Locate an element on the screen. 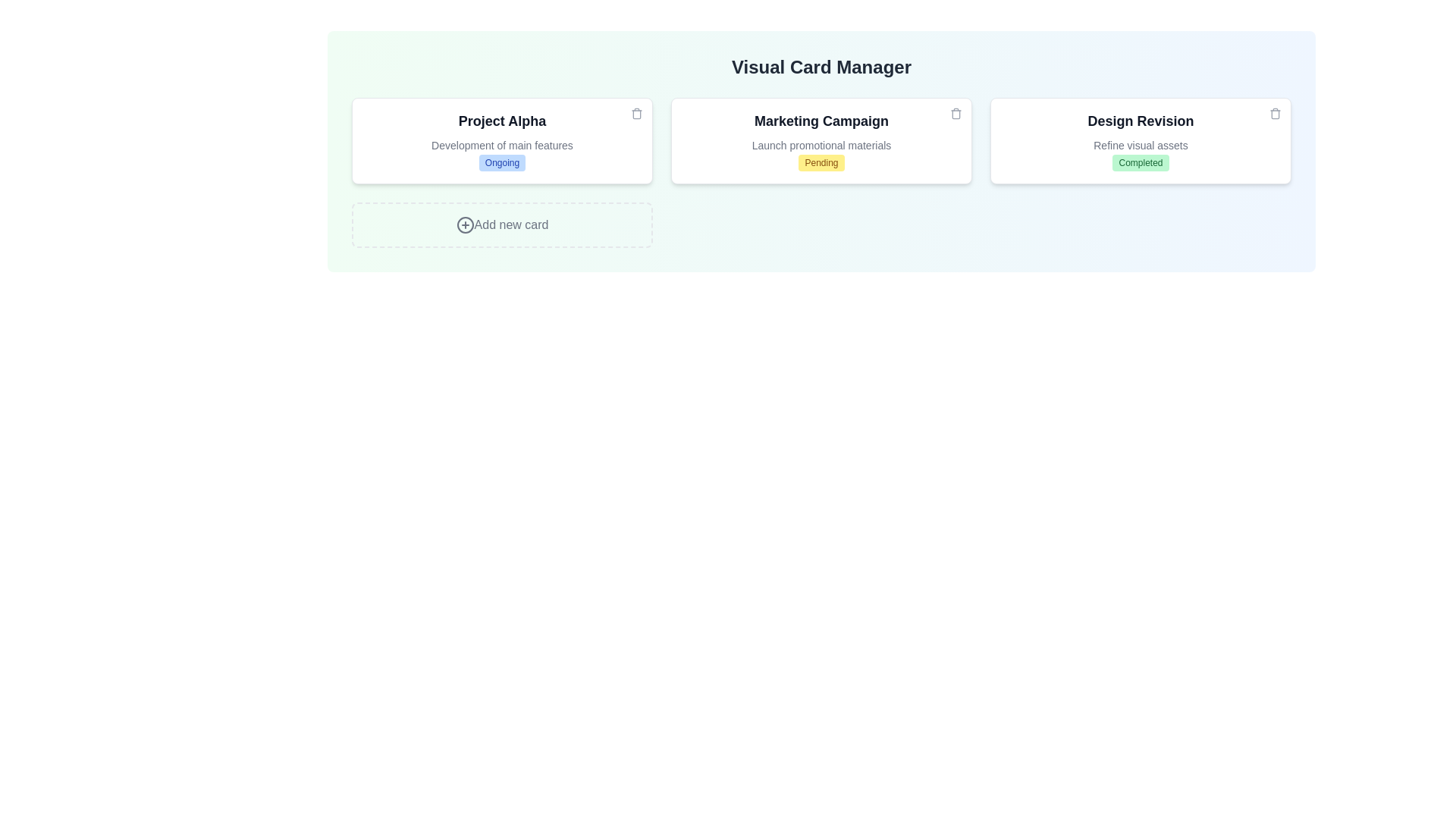  delete button on the card titled Marketing Campaign to remove it is located at coordinates (955, 113).